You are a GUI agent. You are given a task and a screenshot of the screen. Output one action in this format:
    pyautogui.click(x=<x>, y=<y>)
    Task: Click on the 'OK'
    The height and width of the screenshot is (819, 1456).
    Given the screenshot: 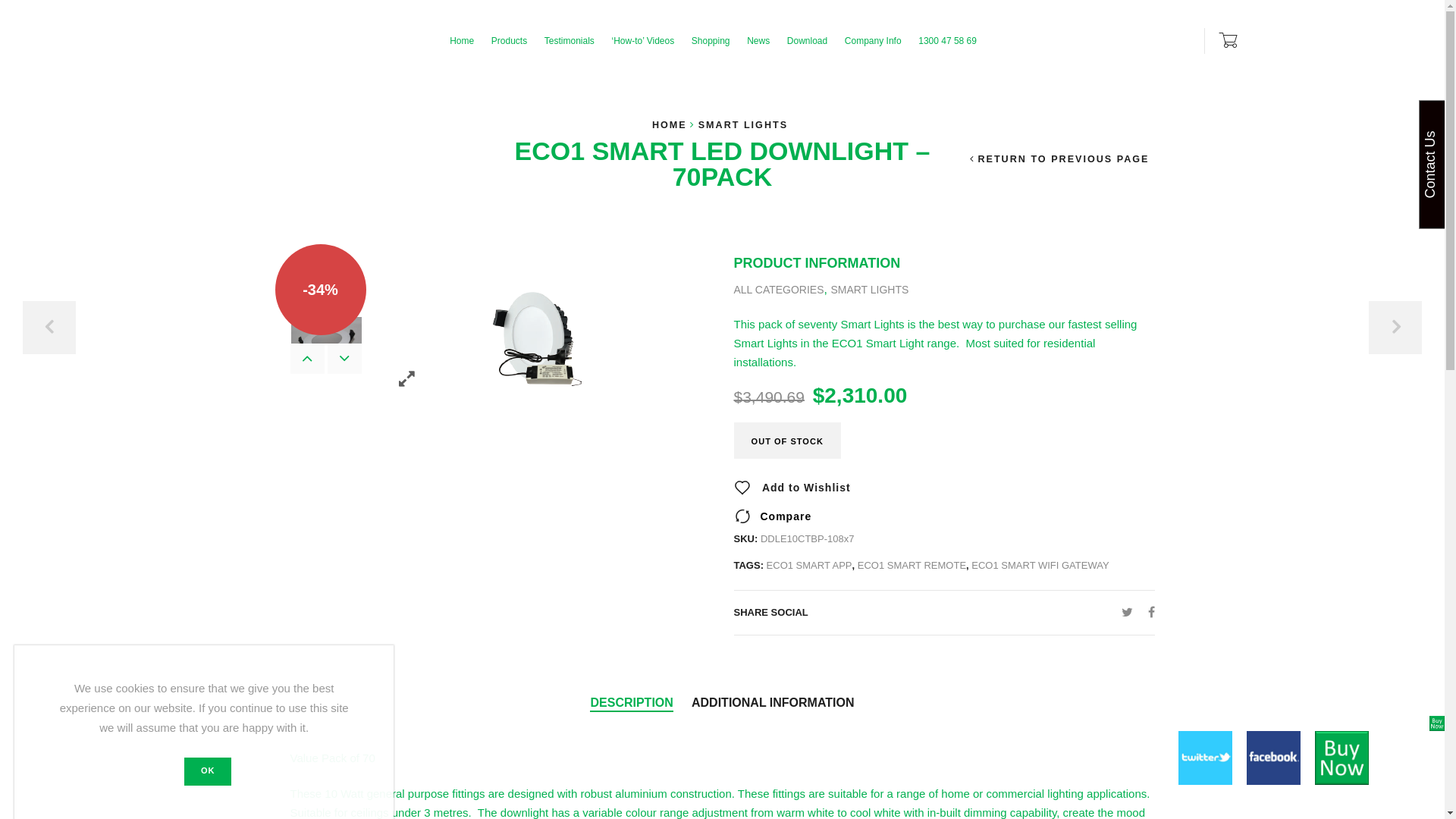 What is the action you would take?
    pyautogui.click(x=184, y=771)
    